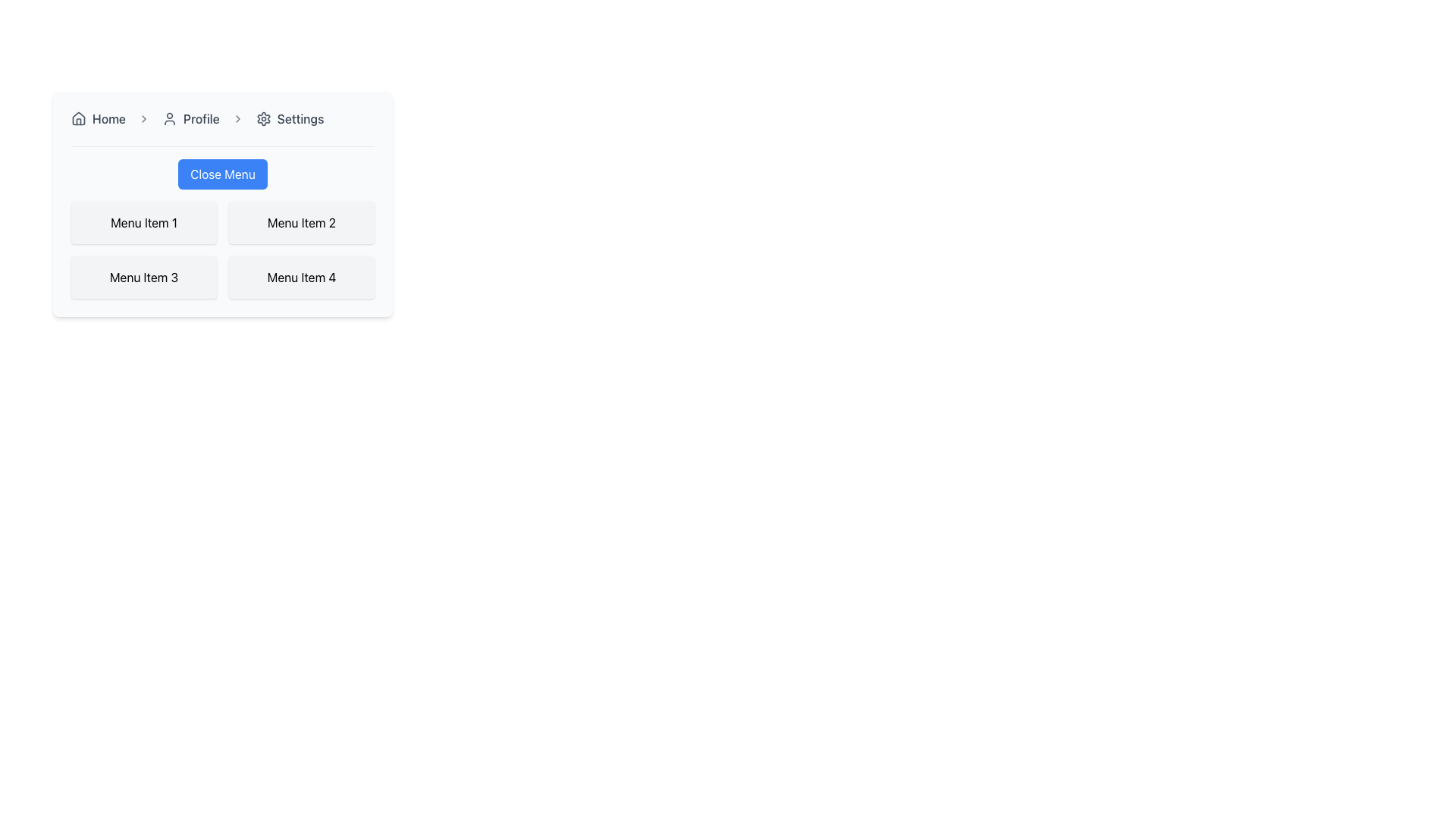 This screenshot has width=1456, height=819. I want to click on the 'Home' icon located at the top-left corner of the navigation bar, so click(78, 118).